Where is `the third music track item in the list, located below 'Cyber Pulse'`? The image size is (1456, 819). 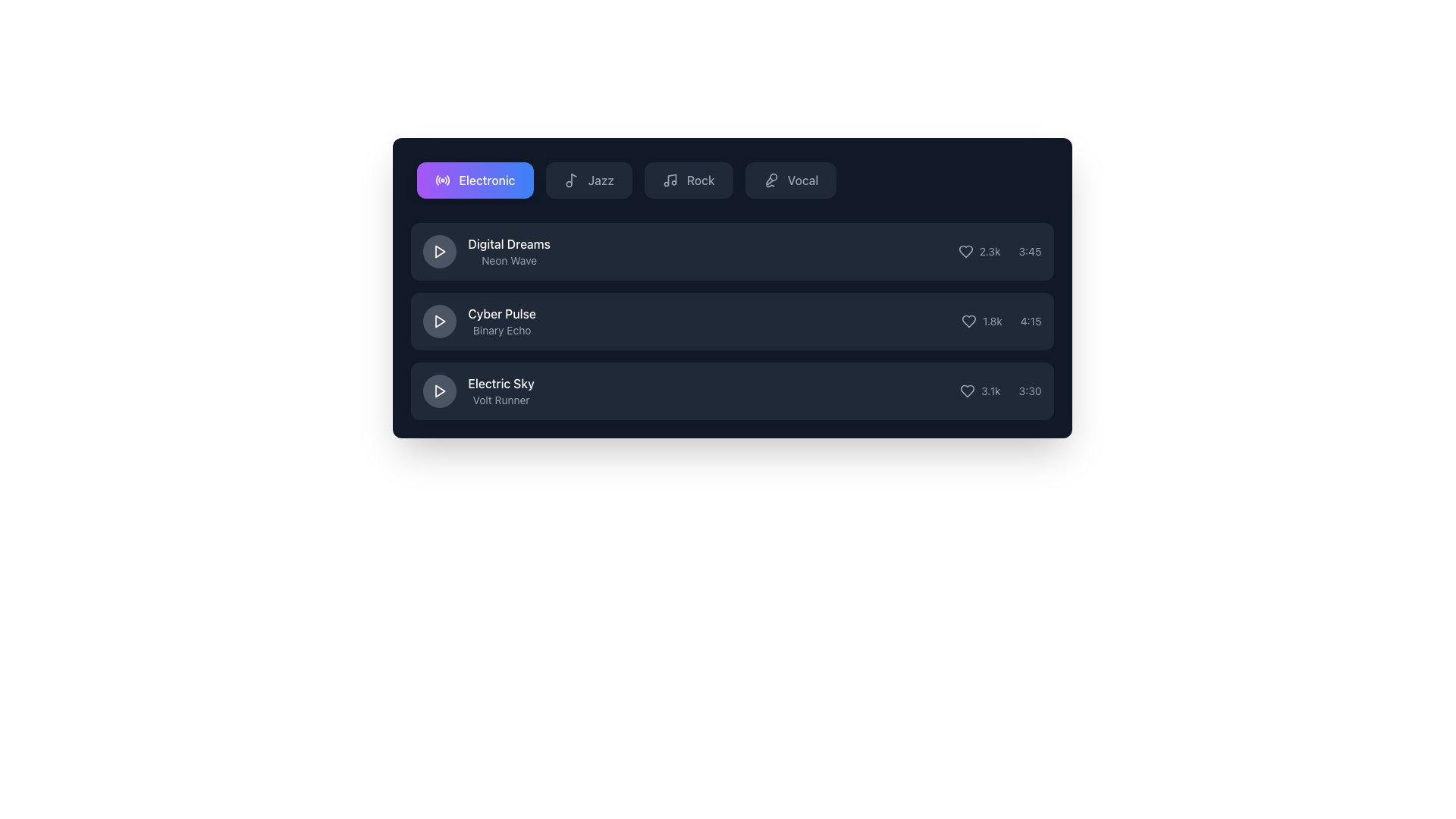
the third music track item in the list, located below 'Cyber Pulse' is located at coordinates (478, 391).